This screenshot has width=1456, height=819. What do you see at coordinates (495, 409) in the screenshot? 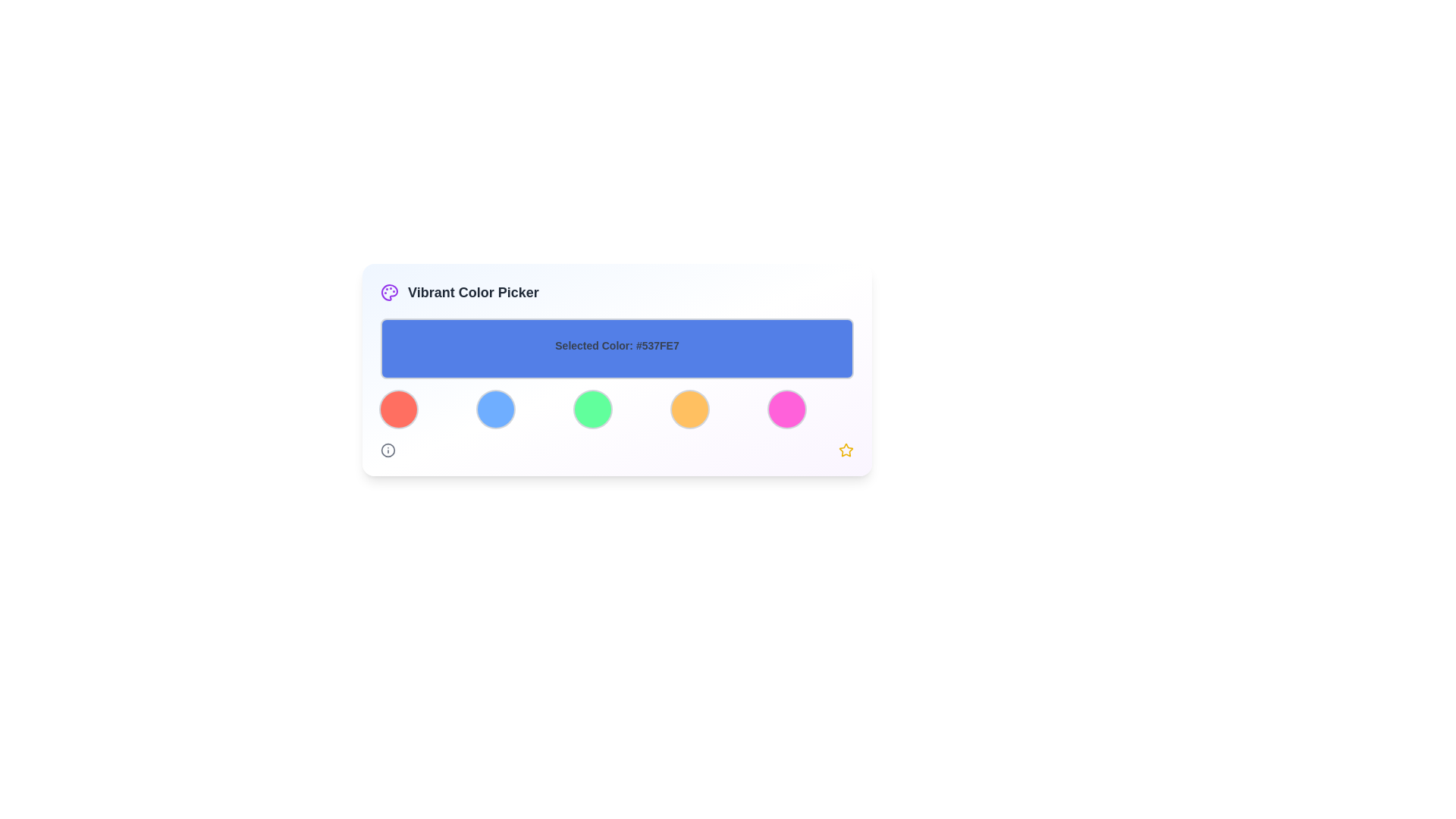
I see `the second circular button in the color palette to observe the scaling effect` at bounding box center [495, 409].